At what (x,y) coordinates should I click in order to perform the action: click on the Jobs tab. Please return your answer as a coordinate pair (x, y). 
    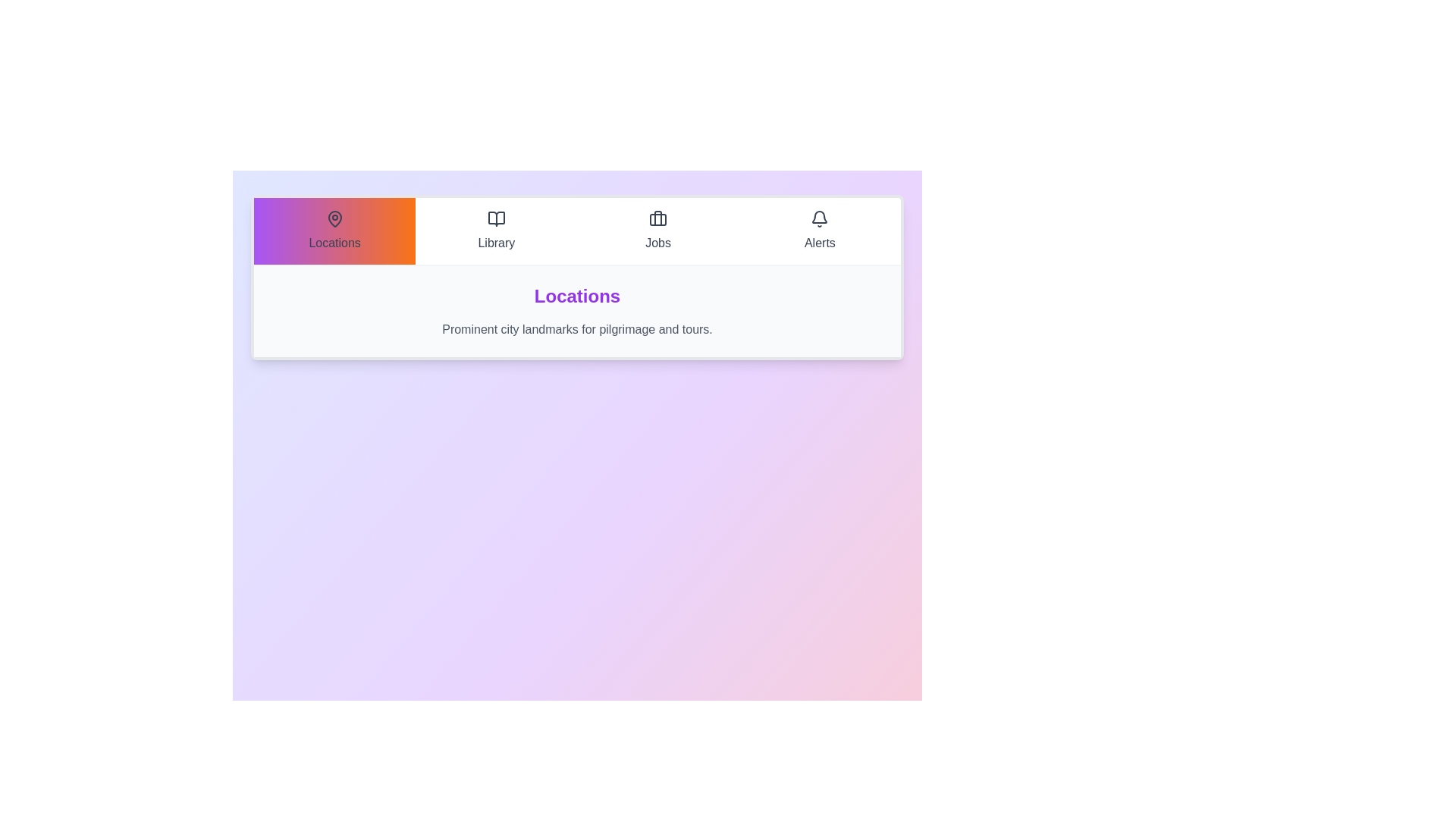
    Looking at the image, I should click on (658, 231).